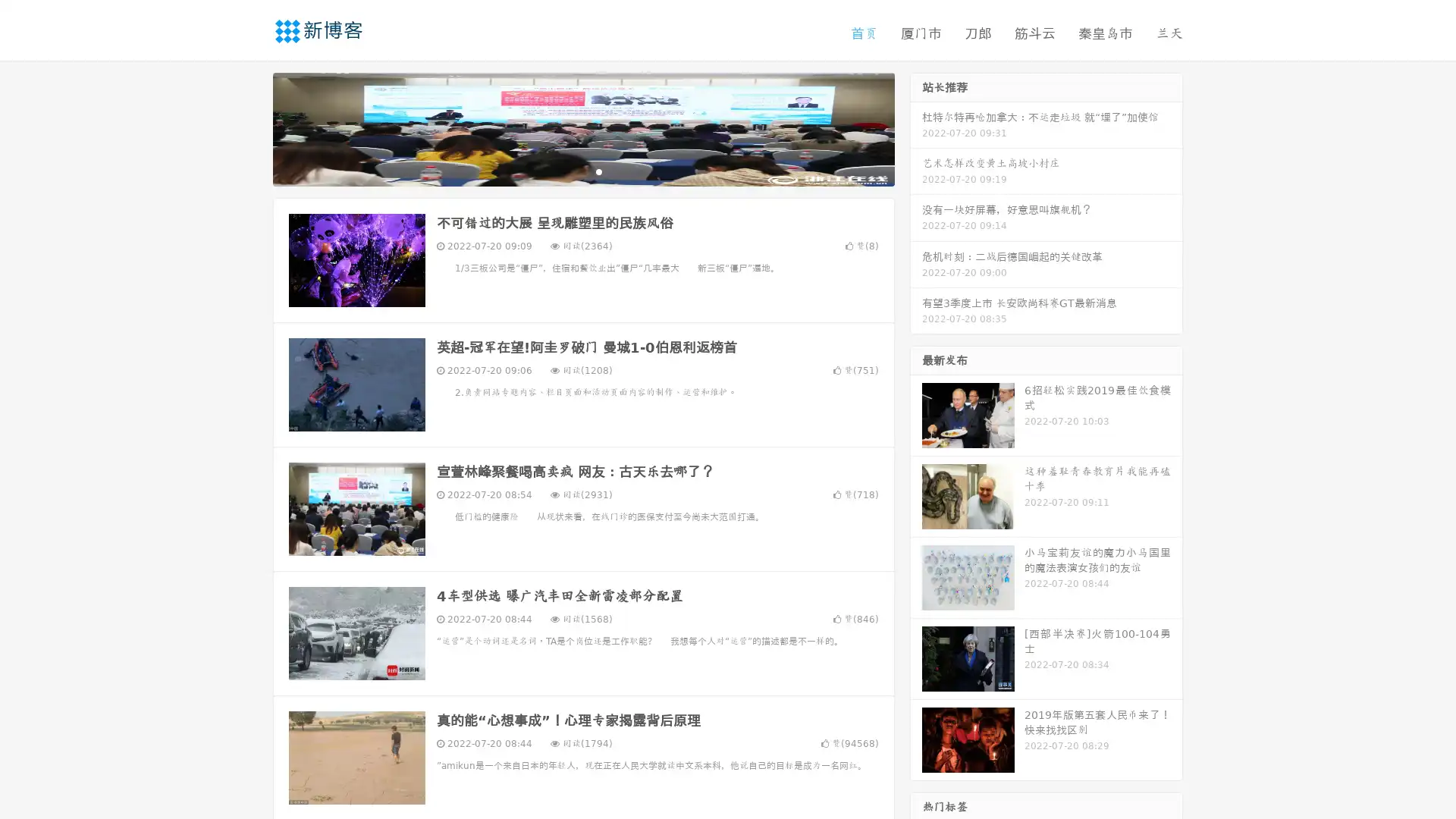 This screenshot has height=819, width=1456. Describe the element at coordinates (567, 171) in the screenshot. I see `Go to slide 1` at that location.